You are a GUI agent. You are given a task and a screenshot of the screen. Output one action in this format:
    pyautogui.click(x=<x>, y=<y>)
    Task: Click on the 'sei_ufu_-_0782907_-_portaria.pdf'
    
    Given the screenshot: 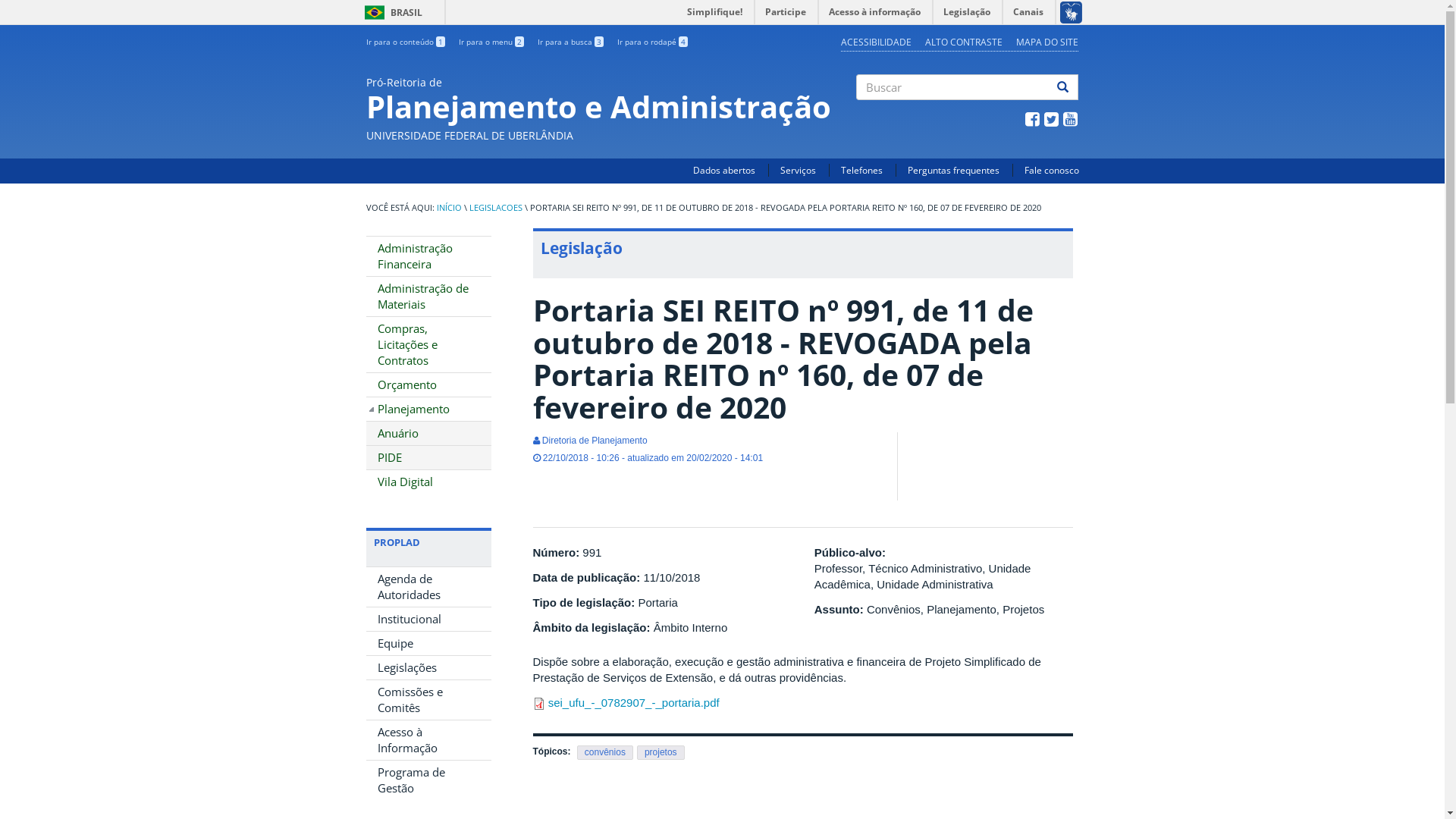 What is the action you would take?
    pyautogui.click(x=548, y=702)
    